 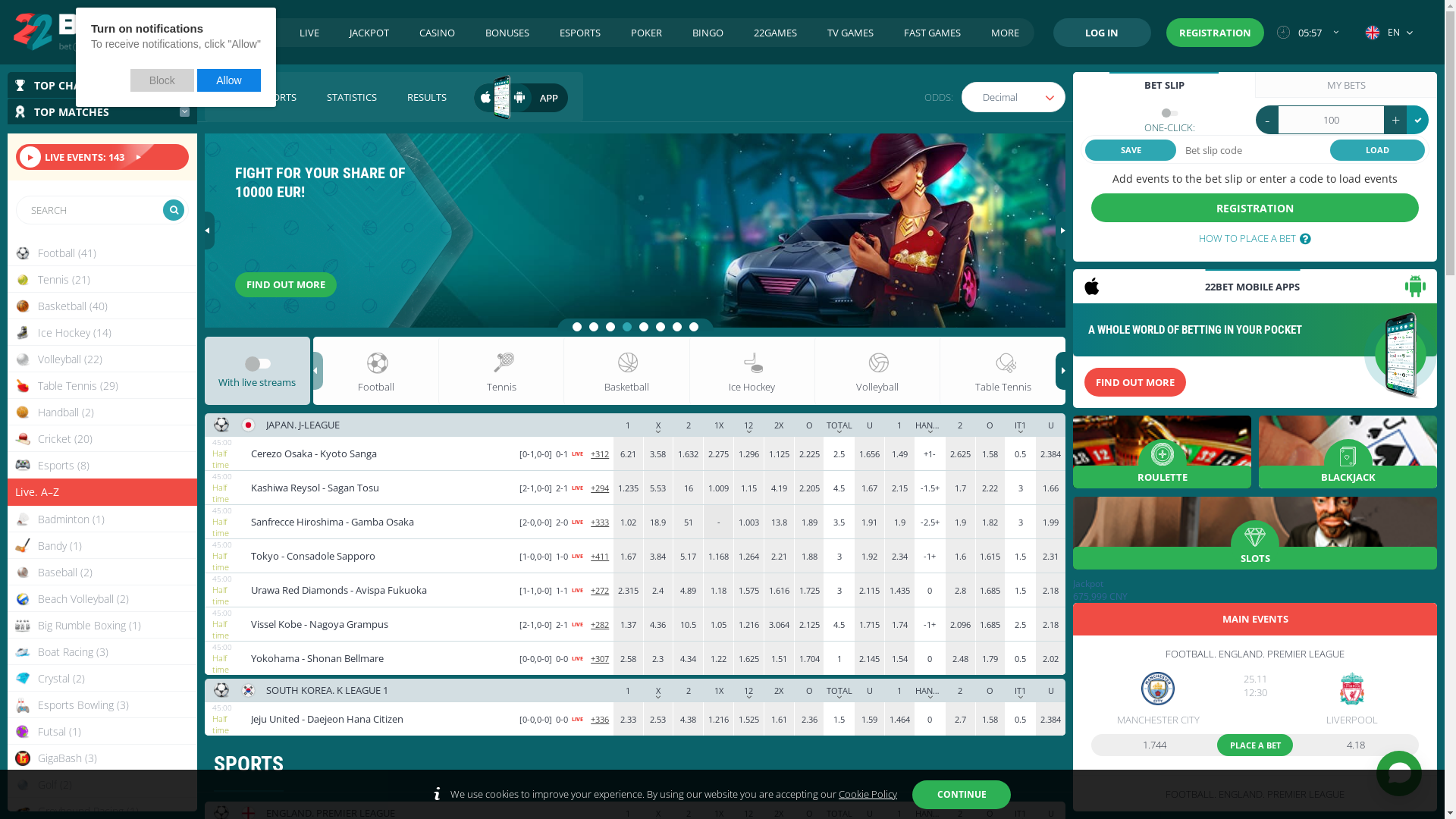 What do you see at coordinates (101, 279) in the screenshot?
I see `'Tennis` at bounding box center [101, 279].